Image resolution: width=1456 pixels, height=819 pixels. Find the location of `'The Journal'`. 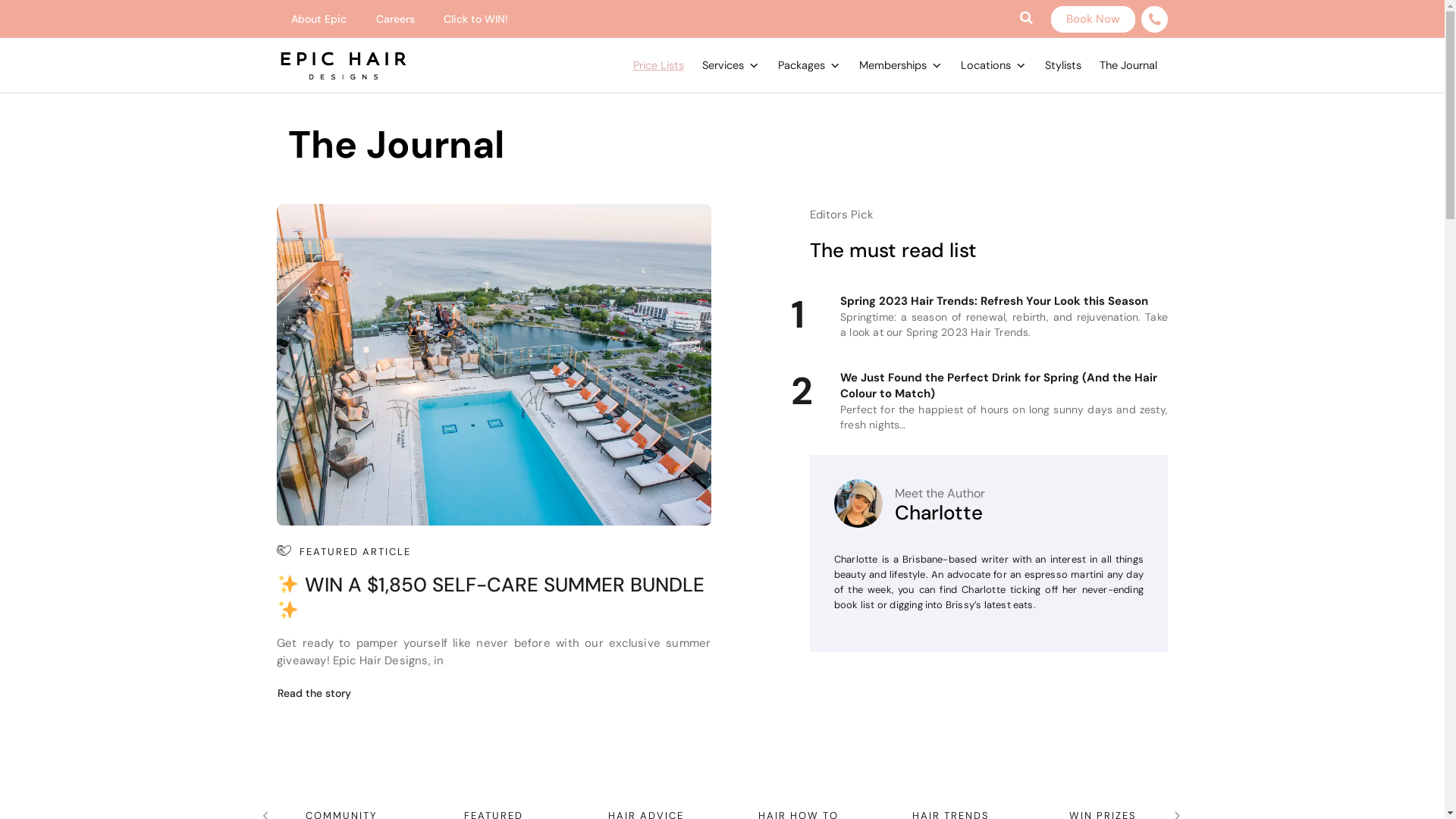

'The Journal' is located at coordinates (1128, 64).